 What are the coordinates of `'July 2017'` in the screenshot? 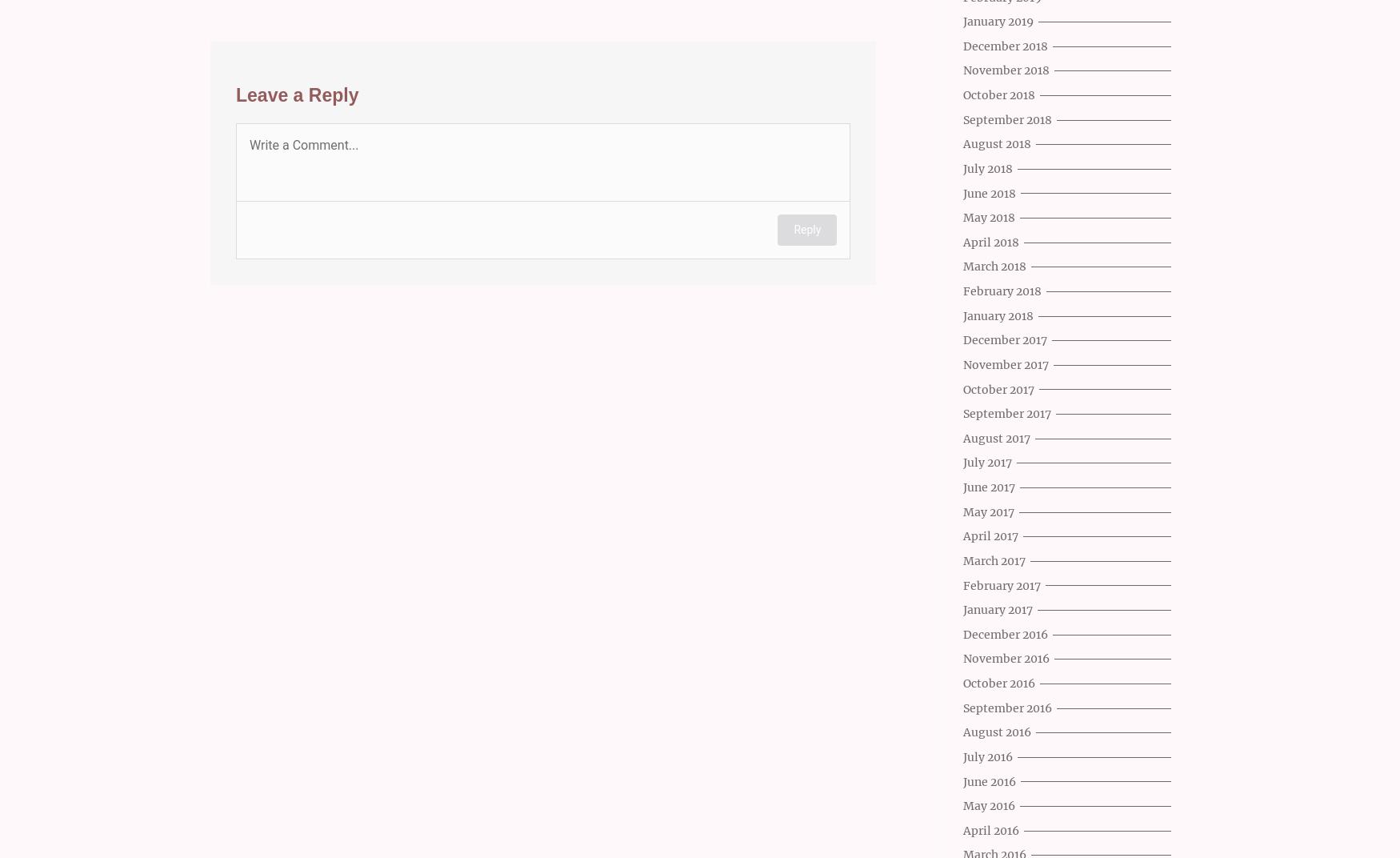 It's located at (987, 462).